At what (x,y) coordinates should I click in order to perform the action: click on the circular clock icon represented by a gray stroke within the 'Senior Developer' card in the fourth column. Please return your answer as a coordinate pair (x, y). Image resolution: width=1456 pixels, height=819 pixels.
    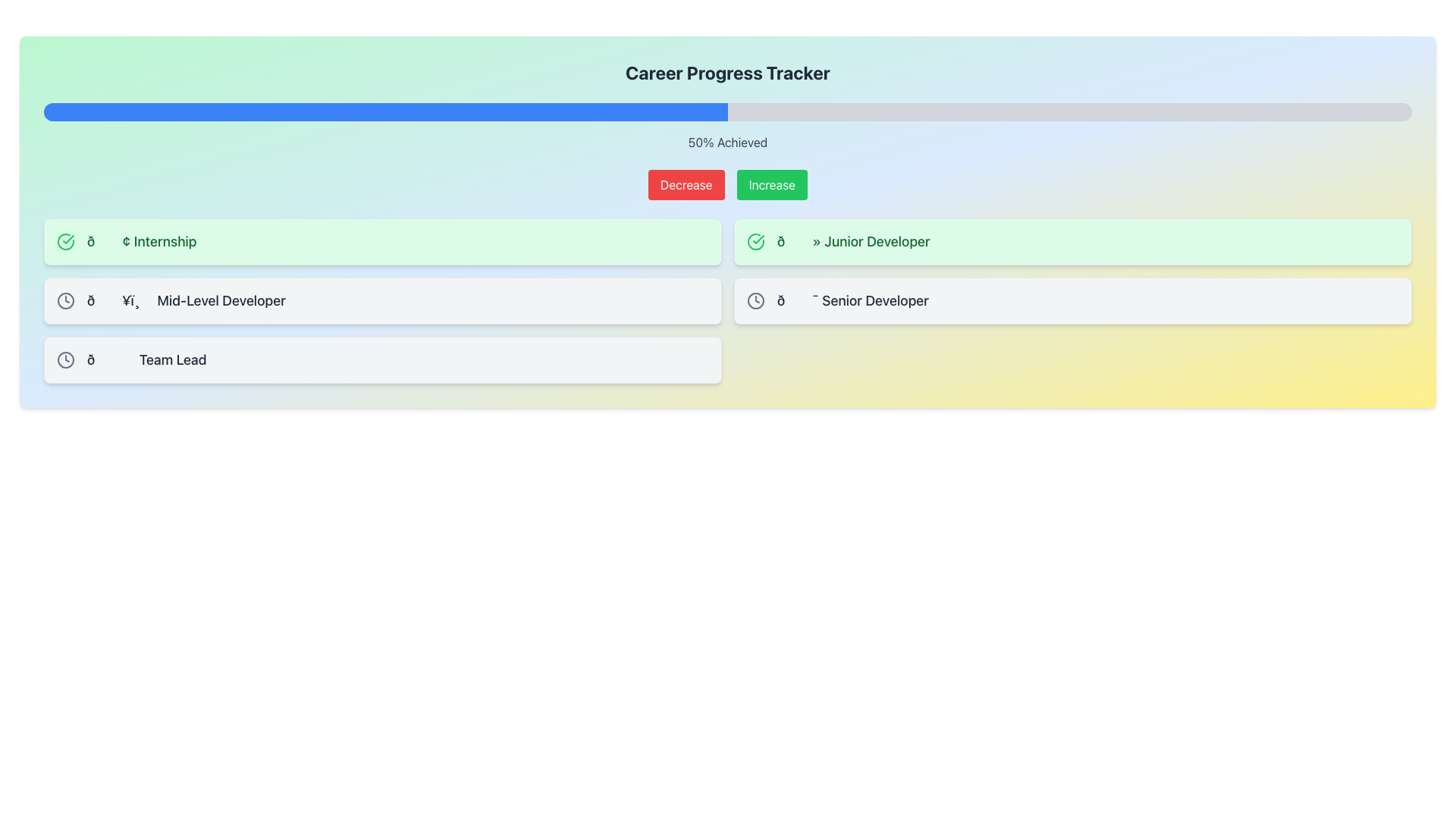
    Looking at the image, I should click on (756, 301).